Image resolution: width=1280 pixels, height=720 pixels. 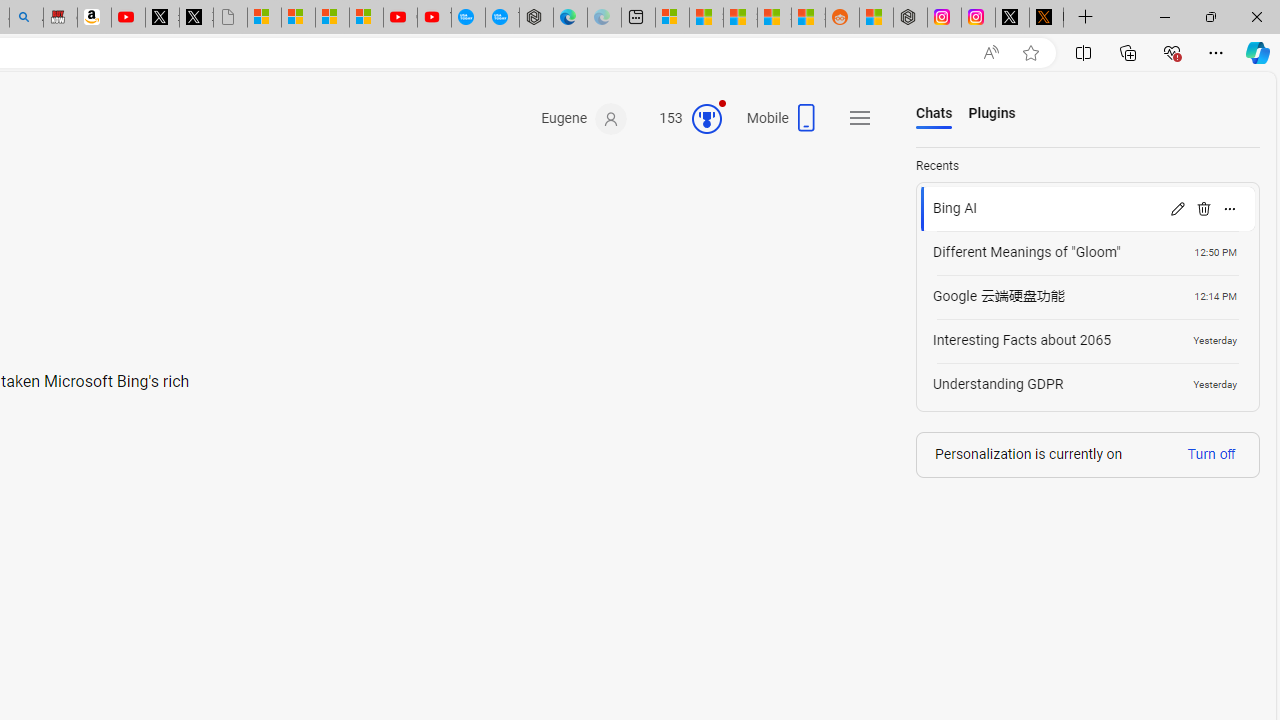 What do you see at coordinates (783, 124) in the screenshot?
I see `'Mobile'` at bounding box center [783, 124].